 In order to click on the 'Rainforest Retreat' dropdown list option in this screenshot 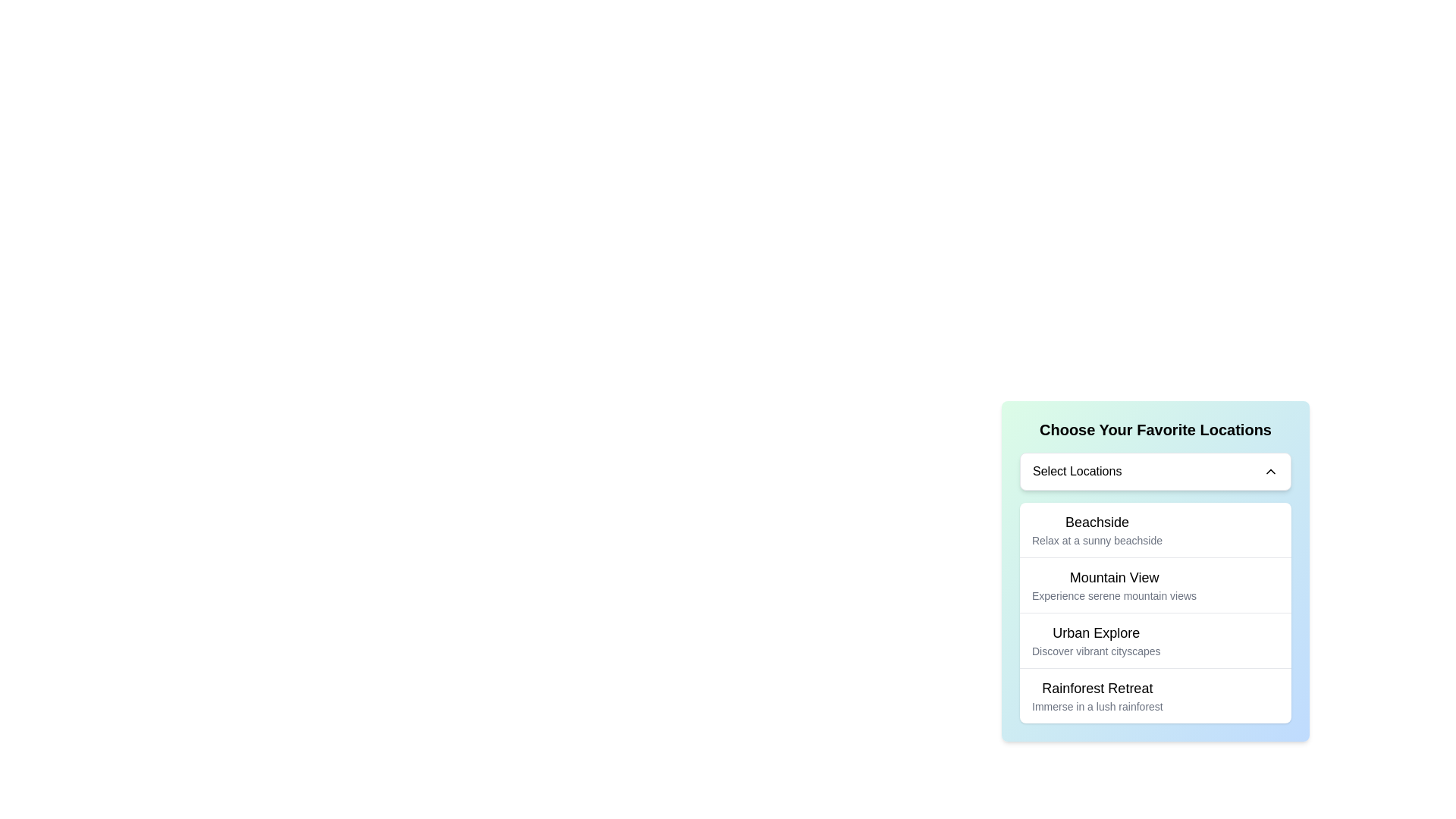, I will do `click(1097, 696)`.